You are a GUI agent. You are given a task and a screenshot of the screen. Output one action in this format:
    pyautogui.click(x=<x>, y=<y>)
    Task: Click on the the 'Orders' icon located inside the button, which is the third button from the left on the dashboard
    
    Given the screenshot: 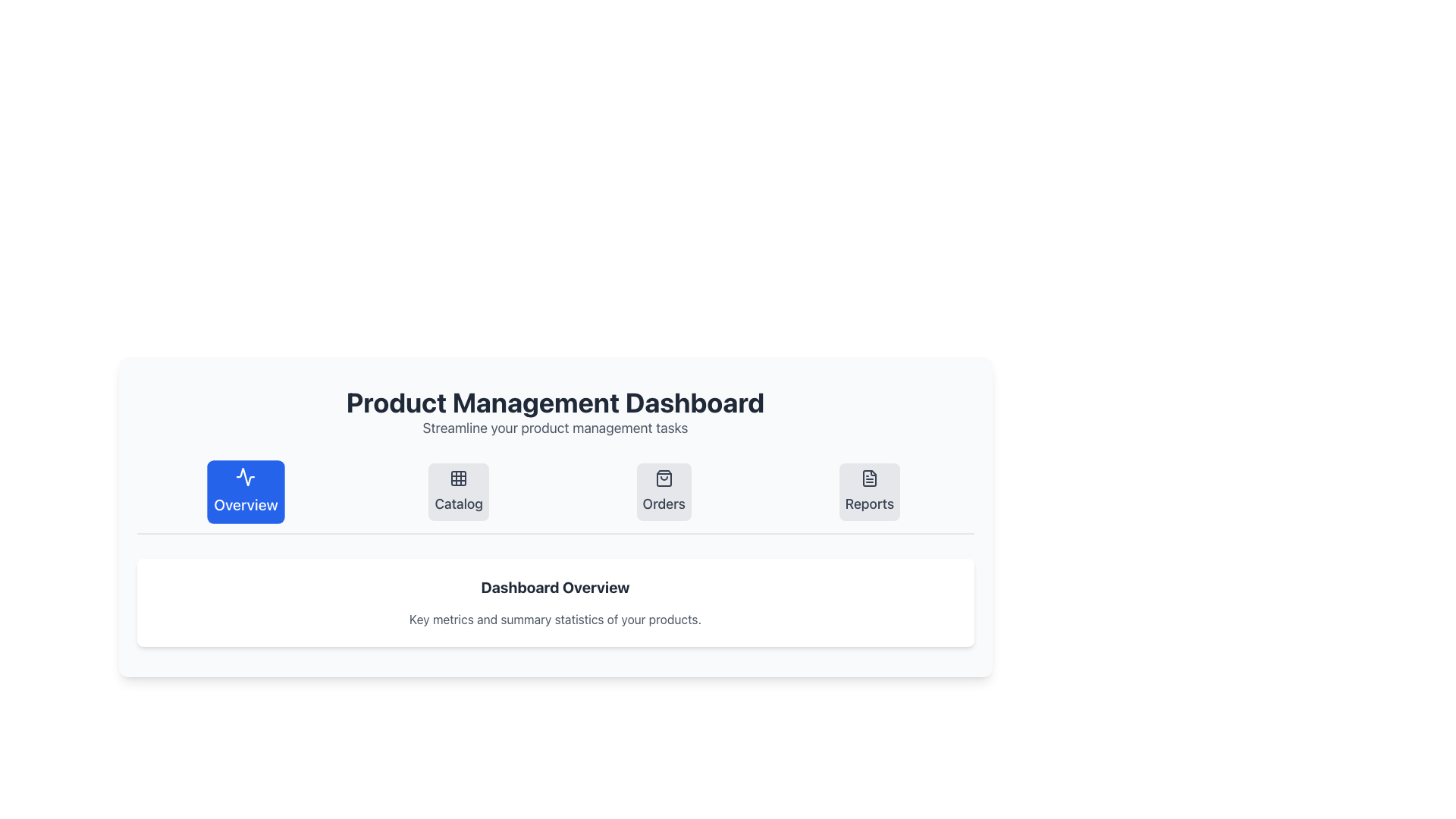 What is the action you would take?
    pyautogui.click(x=664, y=479)
    